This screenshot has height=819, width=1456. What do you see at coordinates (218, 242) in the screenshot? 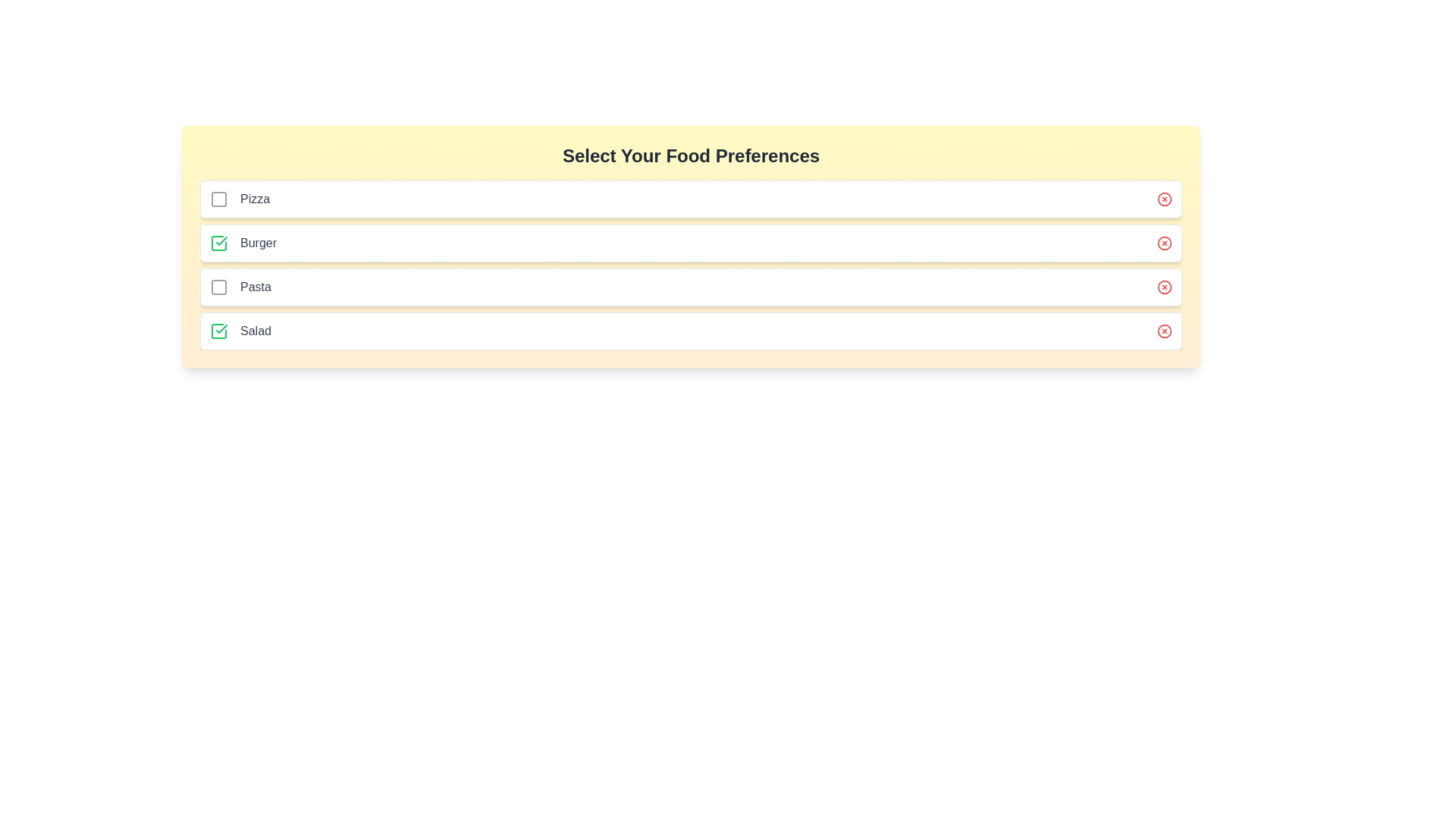
I see `the checkbox indicator for the food preference 'Salad', located in the last row of the selection list` at bounding box center [218, 242].